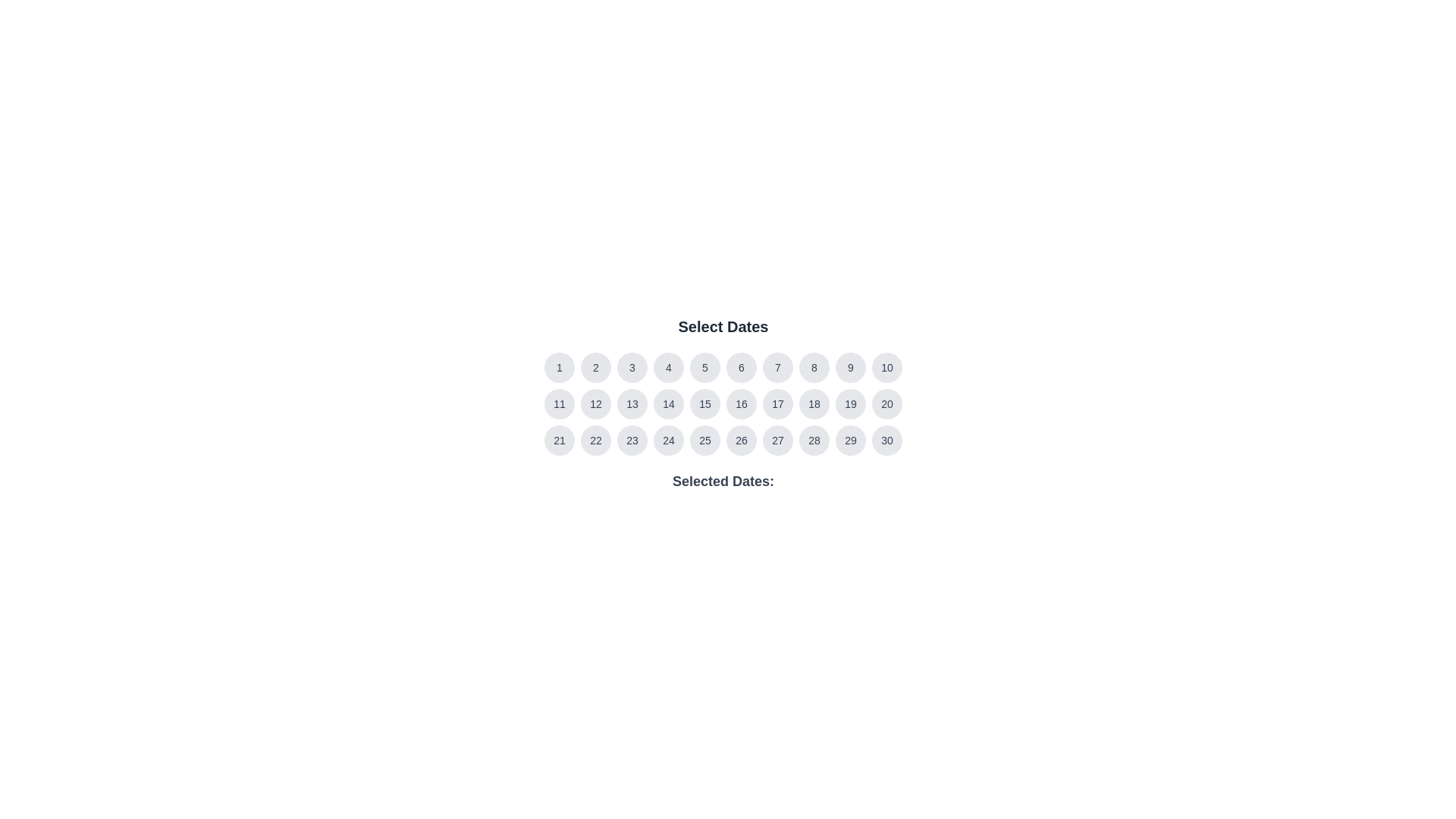  Describe the element at coordinates (851, 441) in the screenshot. I see `the selectable date button` at that location.